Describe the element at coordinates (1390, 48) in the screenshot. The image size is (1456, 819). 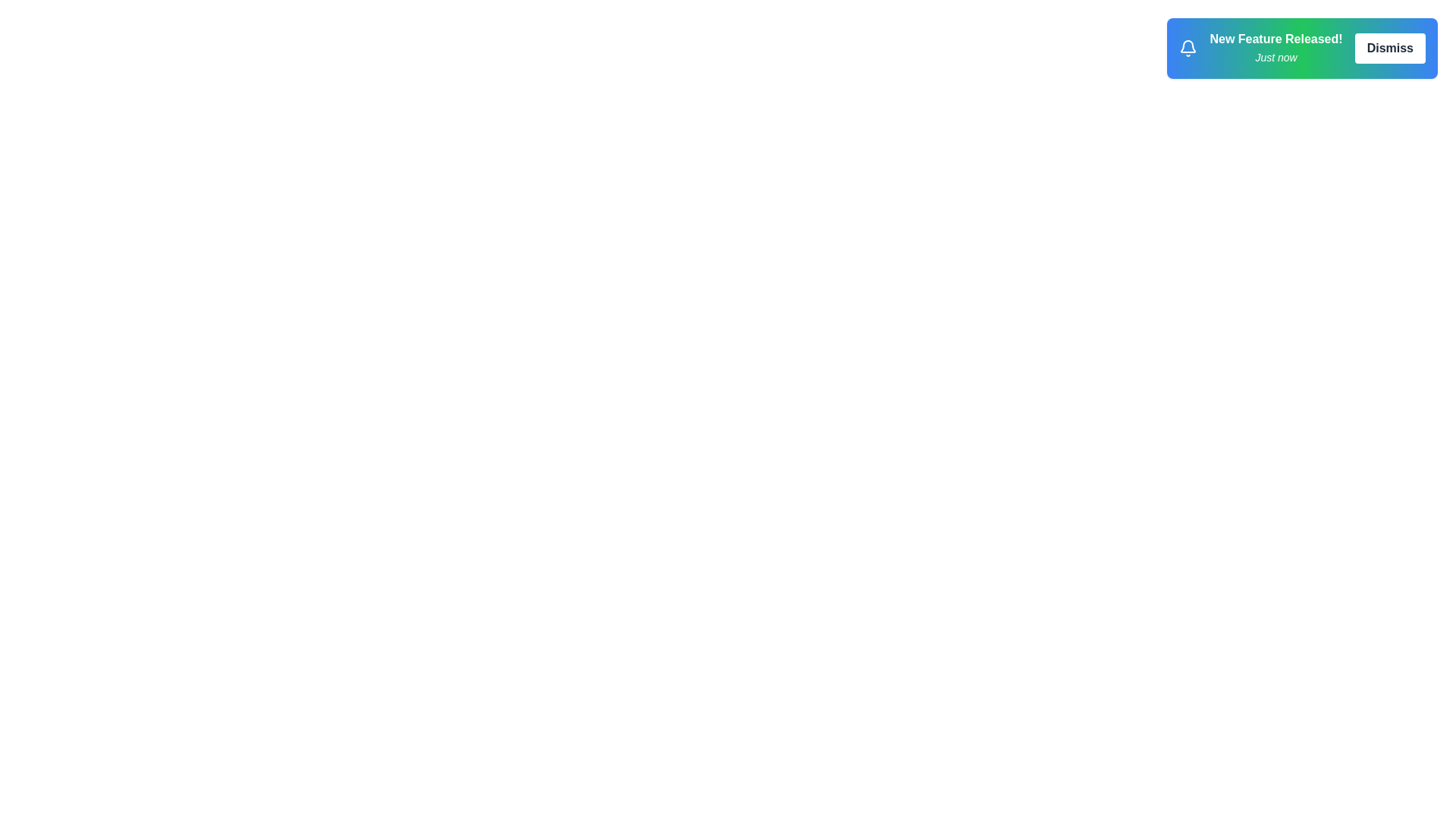
I see `'Dismiss' button to remove the notification` at that location.